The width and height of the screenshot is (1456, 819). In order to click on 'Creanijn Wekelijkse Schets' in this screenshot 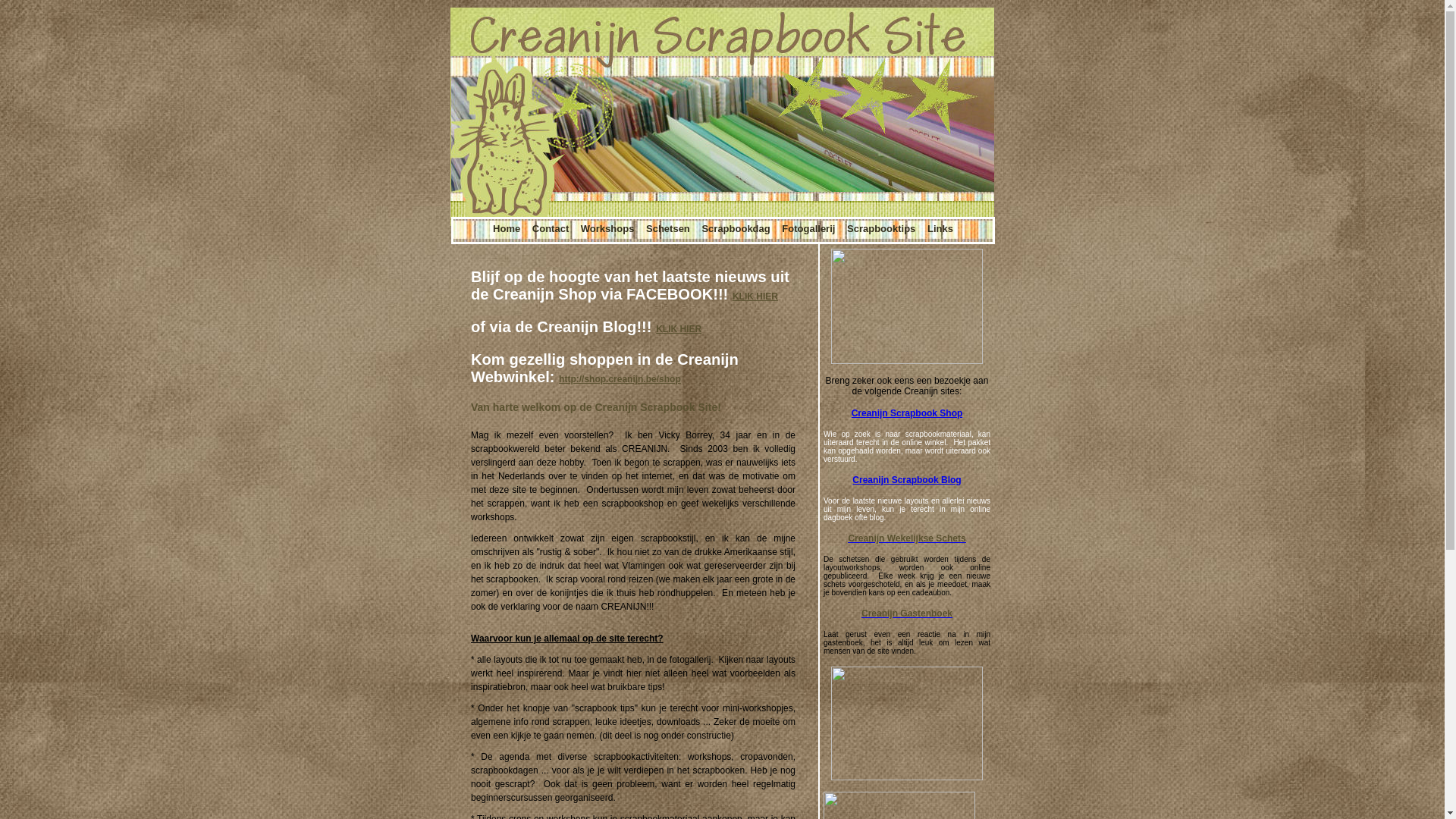, I will do `click(906, 537)`.